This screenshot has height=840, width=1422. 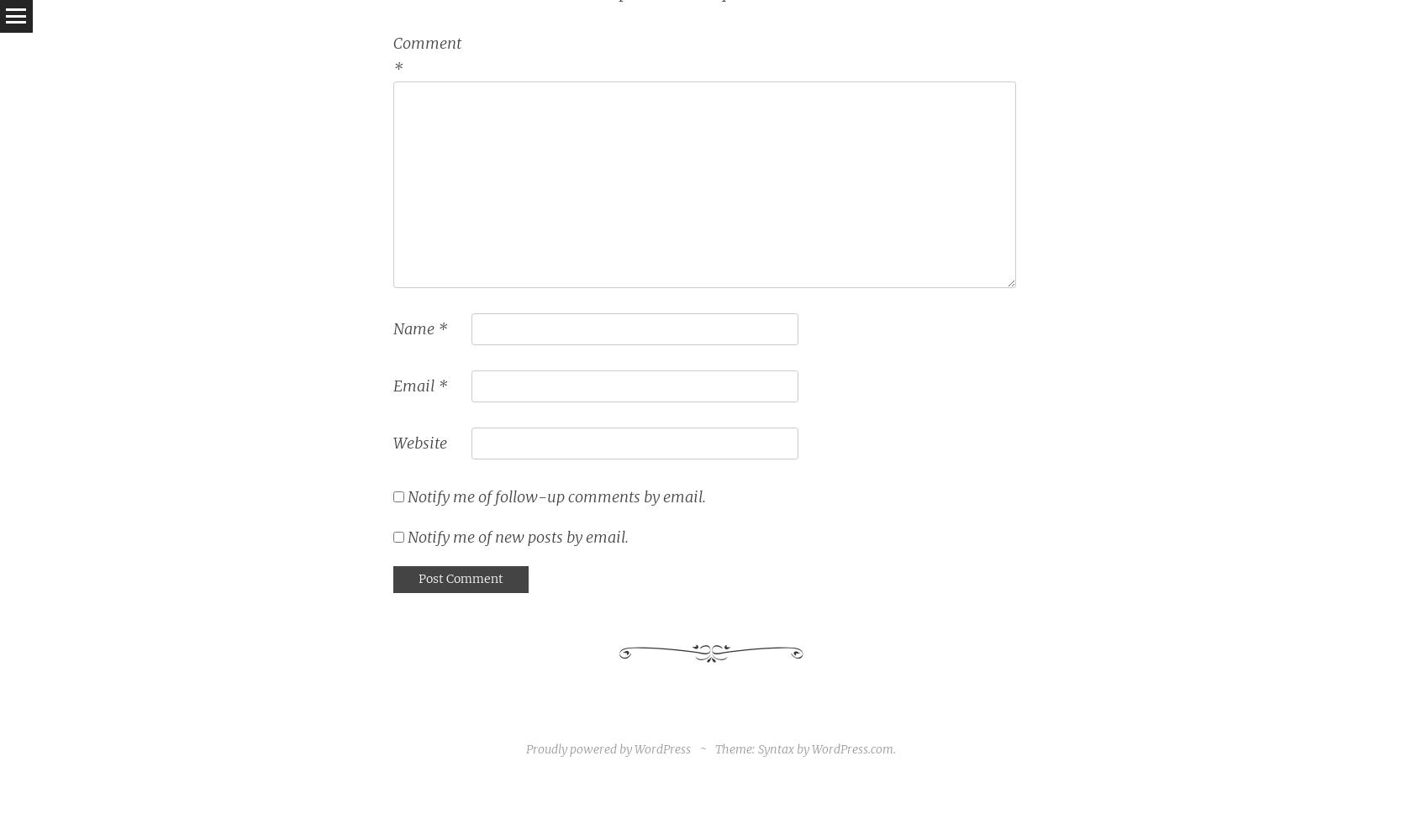 I want to click on 'Website', so click(x=419, y=443).